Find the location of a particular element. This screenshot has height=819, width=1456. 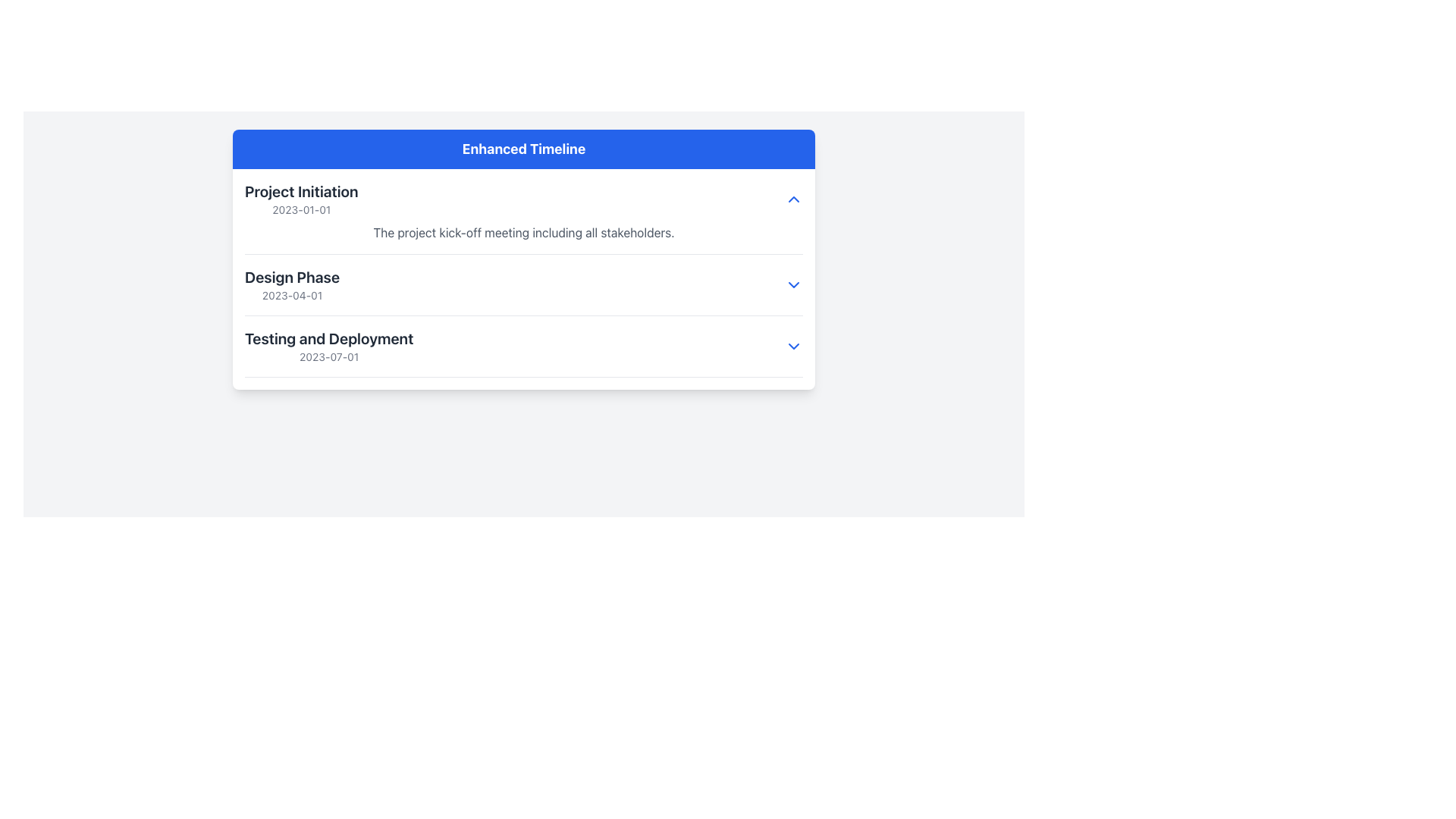

the downward-pointing chevron icon styled in blue, located at the far right of the row labeled 'Design Phase' with the subtitle '2023-04-01' is located at coordinates (792, 284).